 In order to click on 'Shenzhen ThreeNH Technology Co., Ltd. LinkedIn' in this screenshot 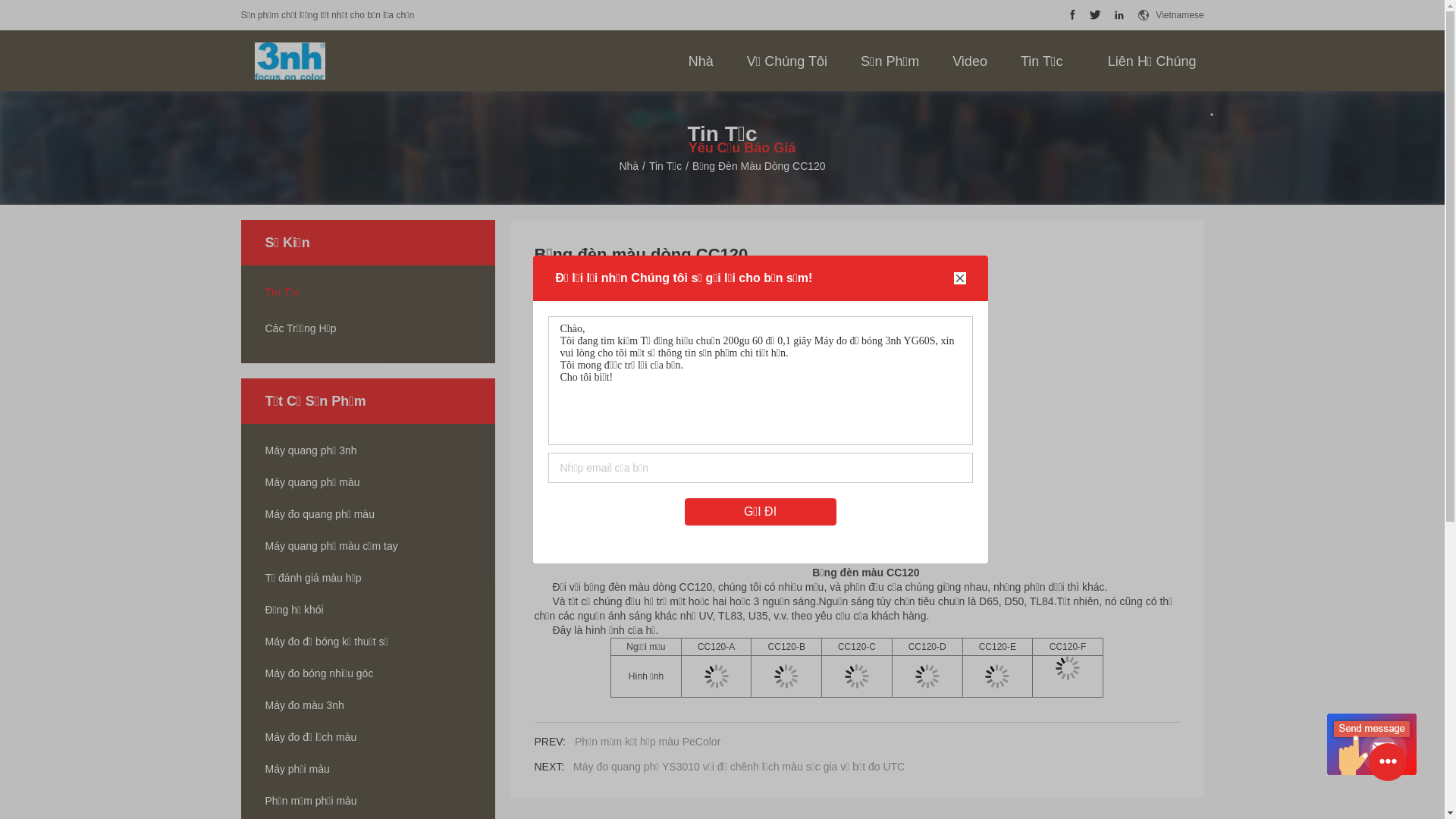, I will do `click(1119, 14)`.